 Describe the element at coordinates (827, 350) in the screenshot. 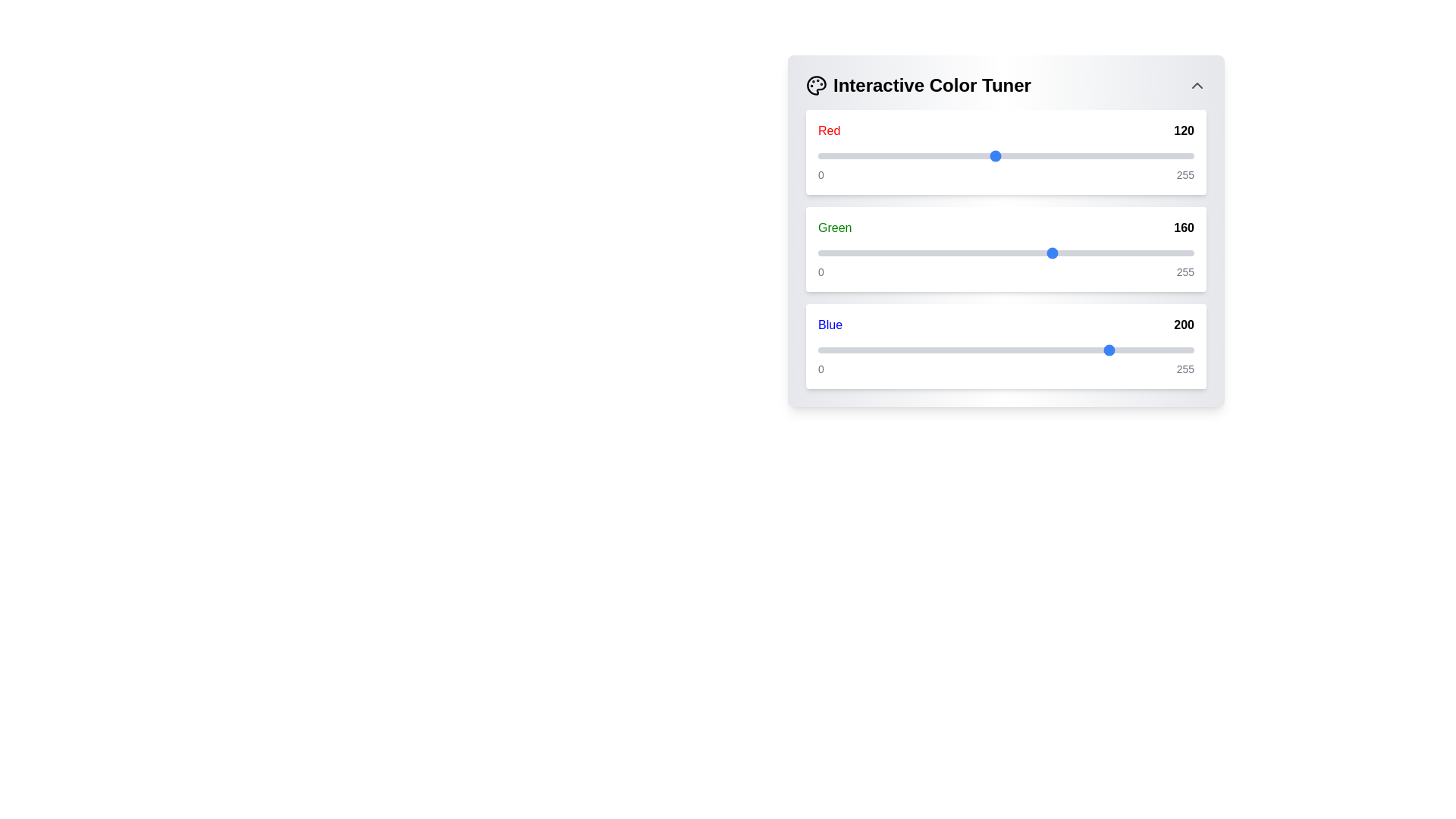

I see `the Blue color value` at that location.